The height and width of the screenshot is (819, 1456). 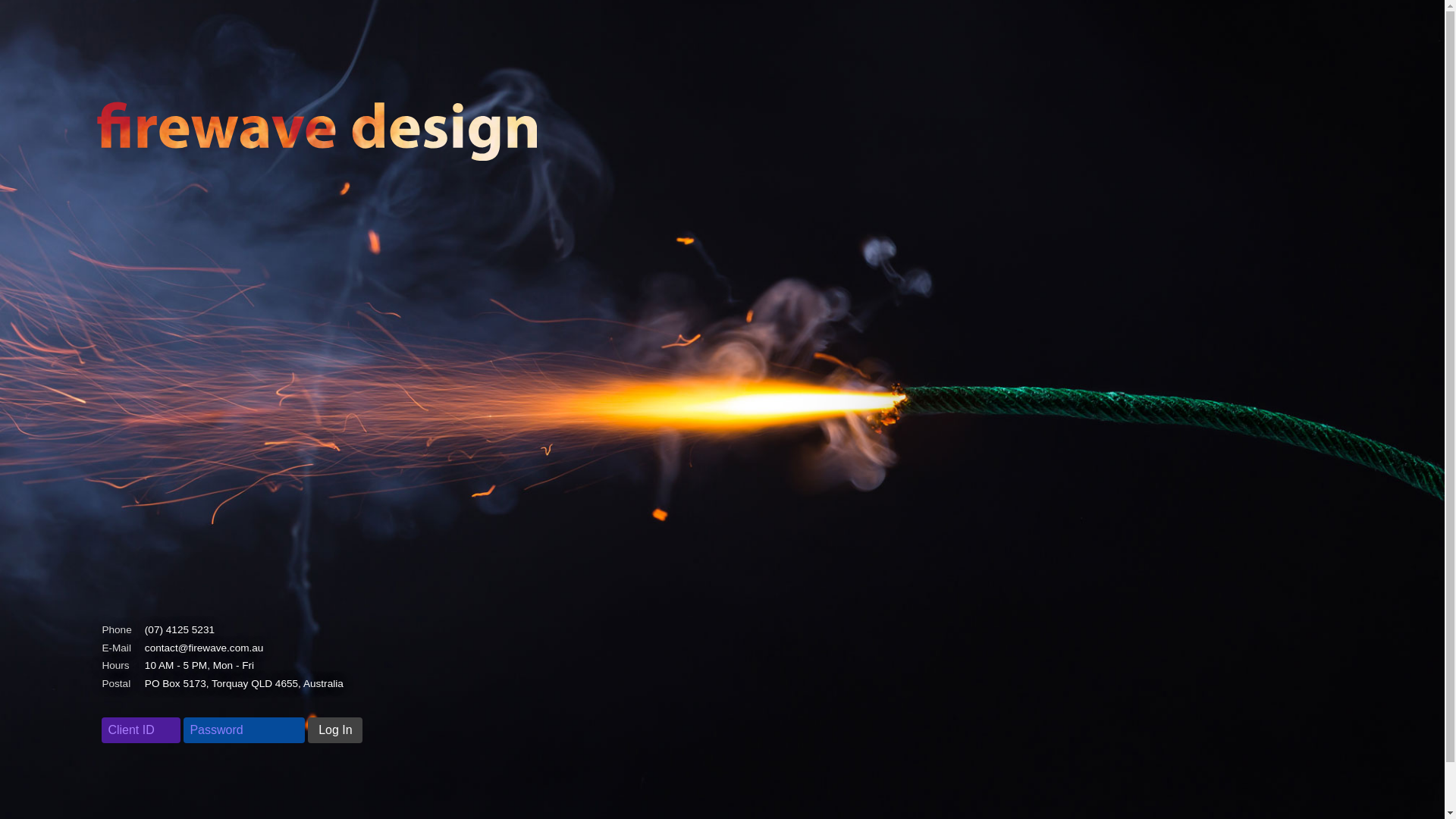 I want to click on '(07) 4125 5231', so click(x=145, y=629).